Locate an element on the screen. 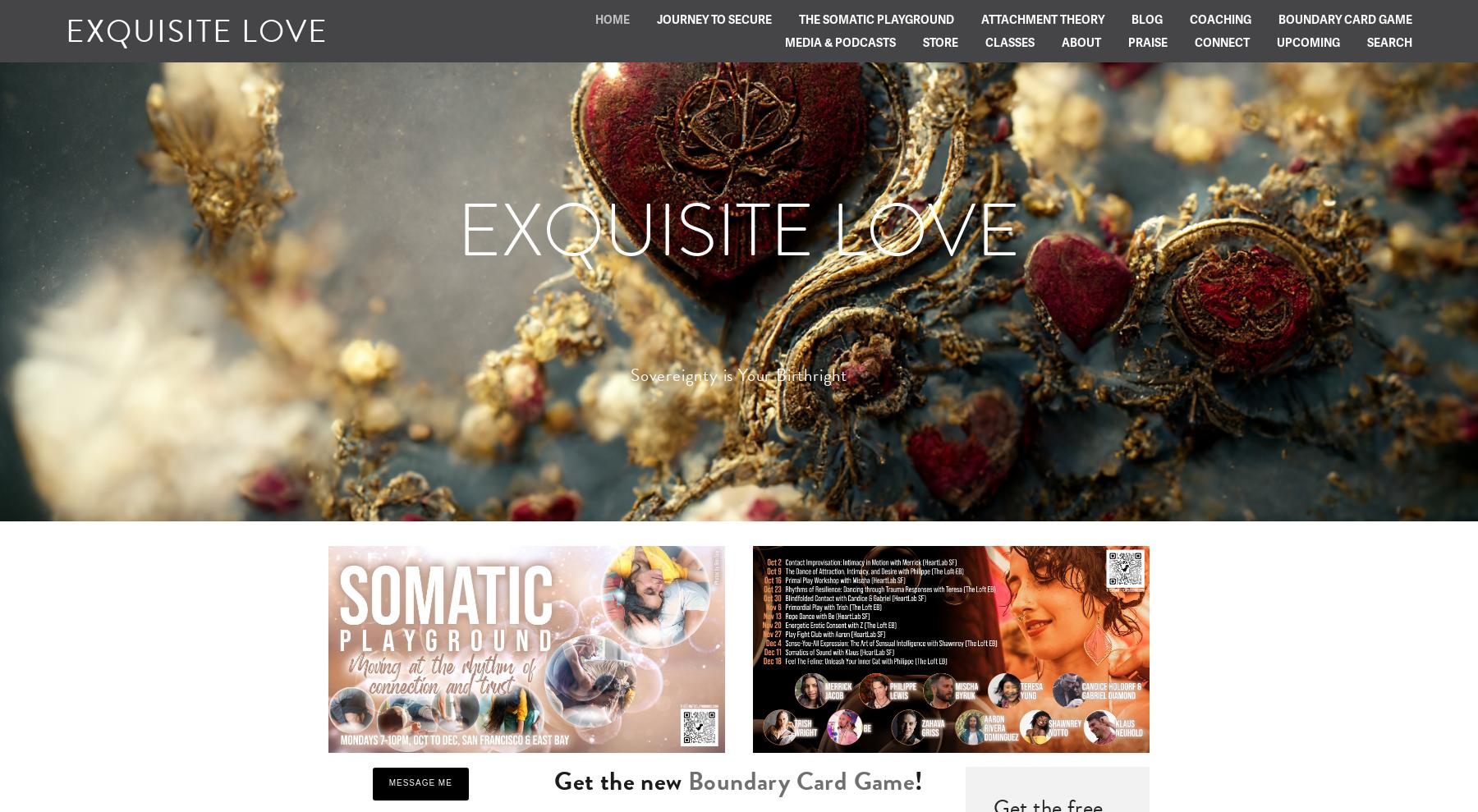 The height and width of the screenshot is (812, 1478). 'Upcoming' is located at coordinates (1307, 42).